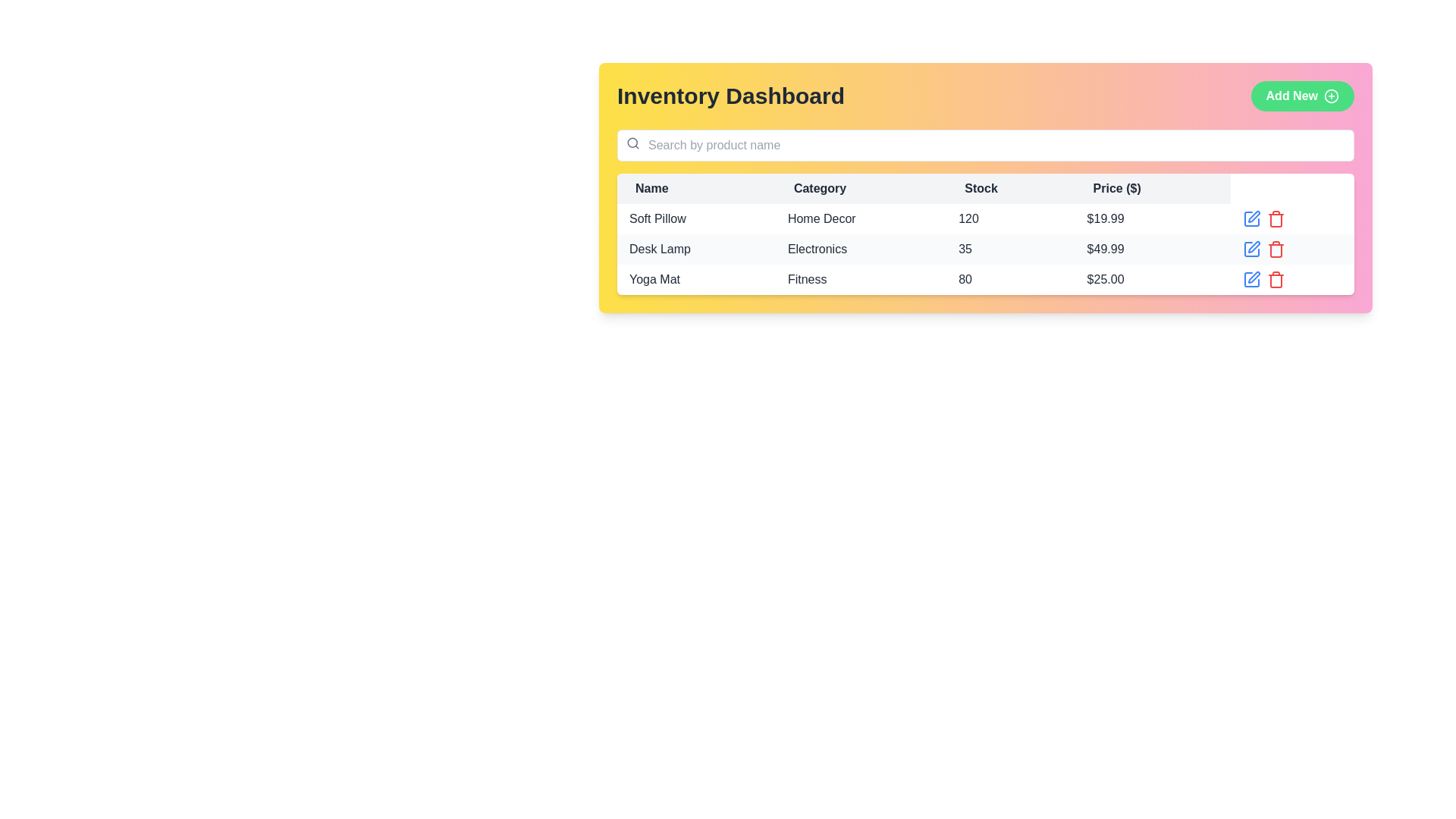 The width and height of the screenshot is (1456, 819). What do you see at coordinates (1331, 96) in the screenshot?
I see `the 'Add New' icon located to the right of the text` at bounding box center [1331, 96].